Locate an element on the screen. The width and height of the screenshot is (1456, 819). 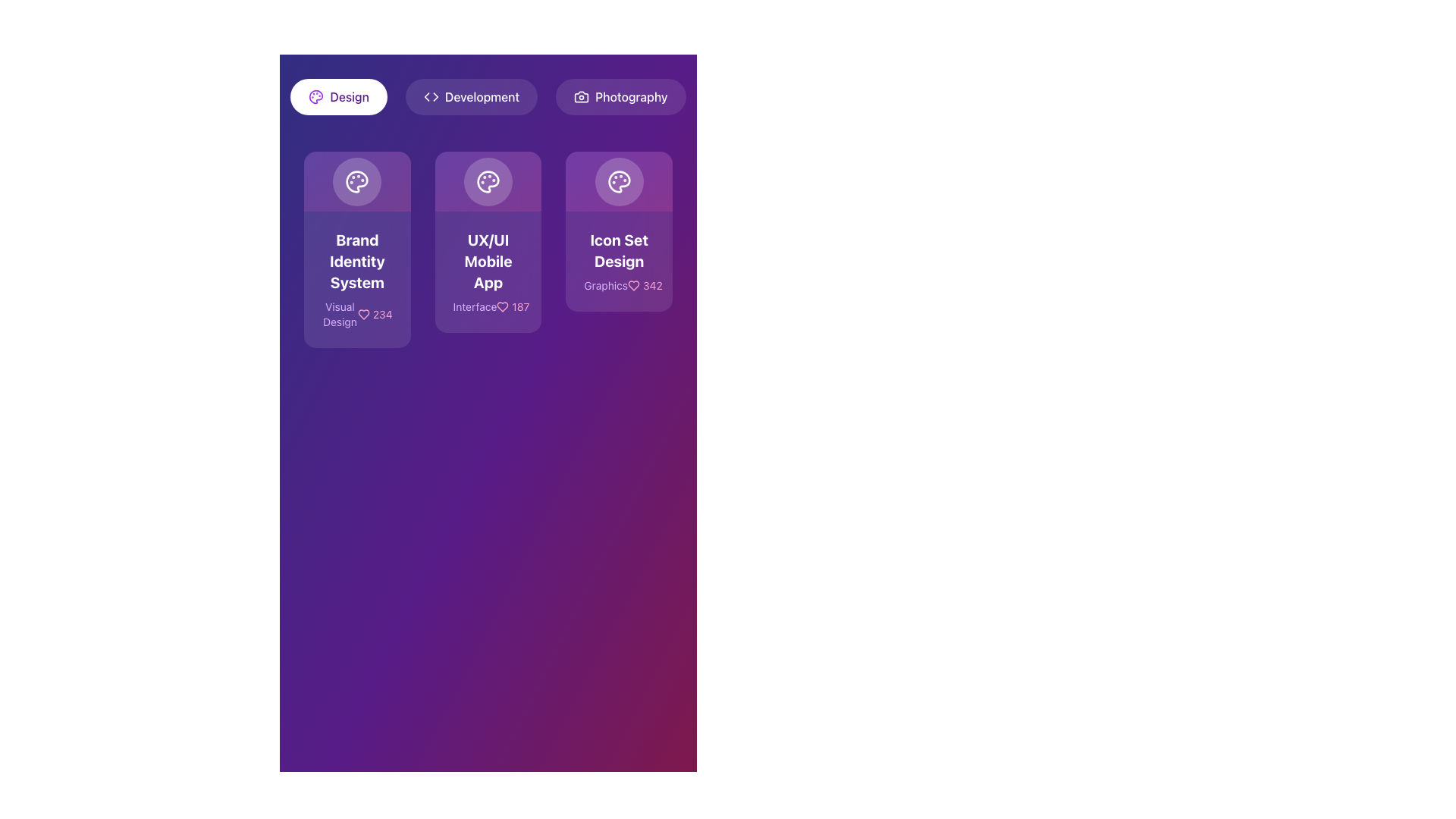
to select the card representing 'Icon Set Design', which is the third card in a horizontally aligned row below the 'Design' tab is located at coordinates (619, 231).